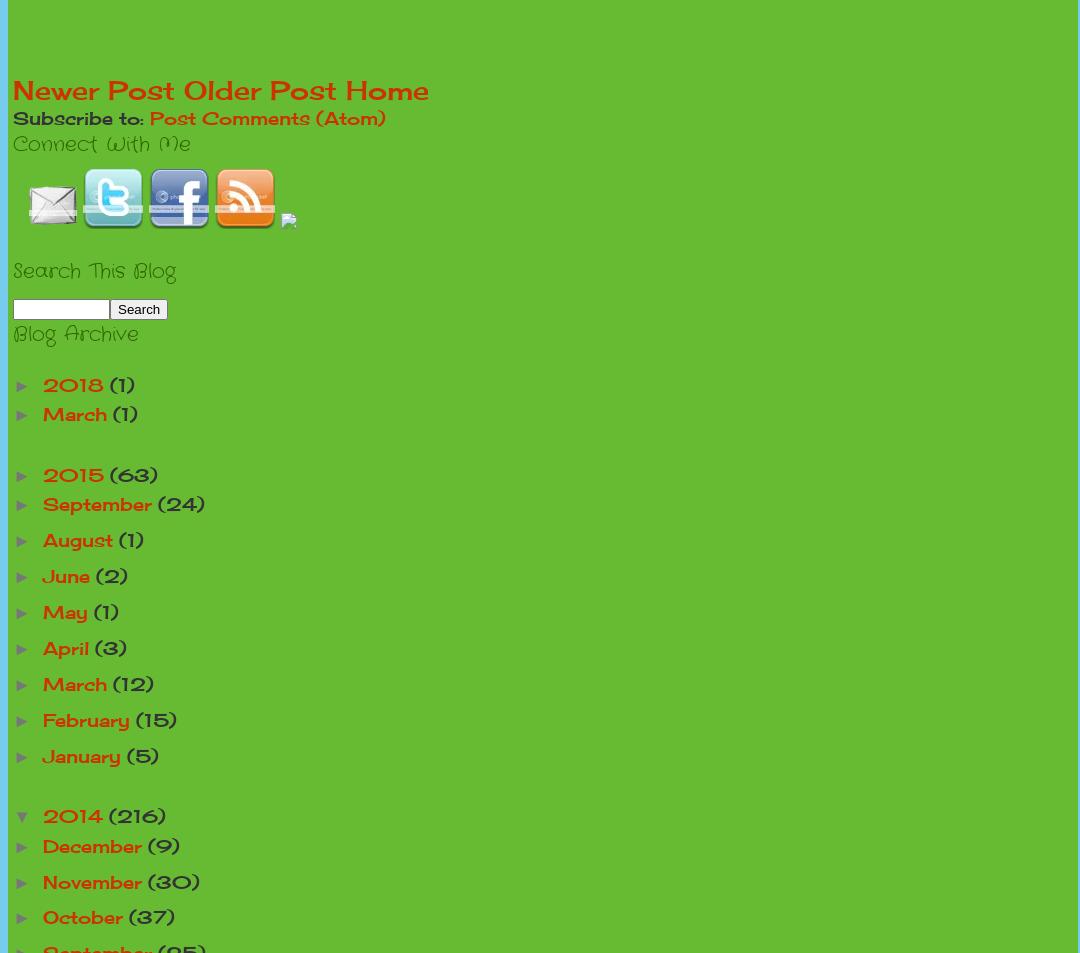 This screenshot has width=1080, height=953. I want to click on '(15)', so click(155, 719).